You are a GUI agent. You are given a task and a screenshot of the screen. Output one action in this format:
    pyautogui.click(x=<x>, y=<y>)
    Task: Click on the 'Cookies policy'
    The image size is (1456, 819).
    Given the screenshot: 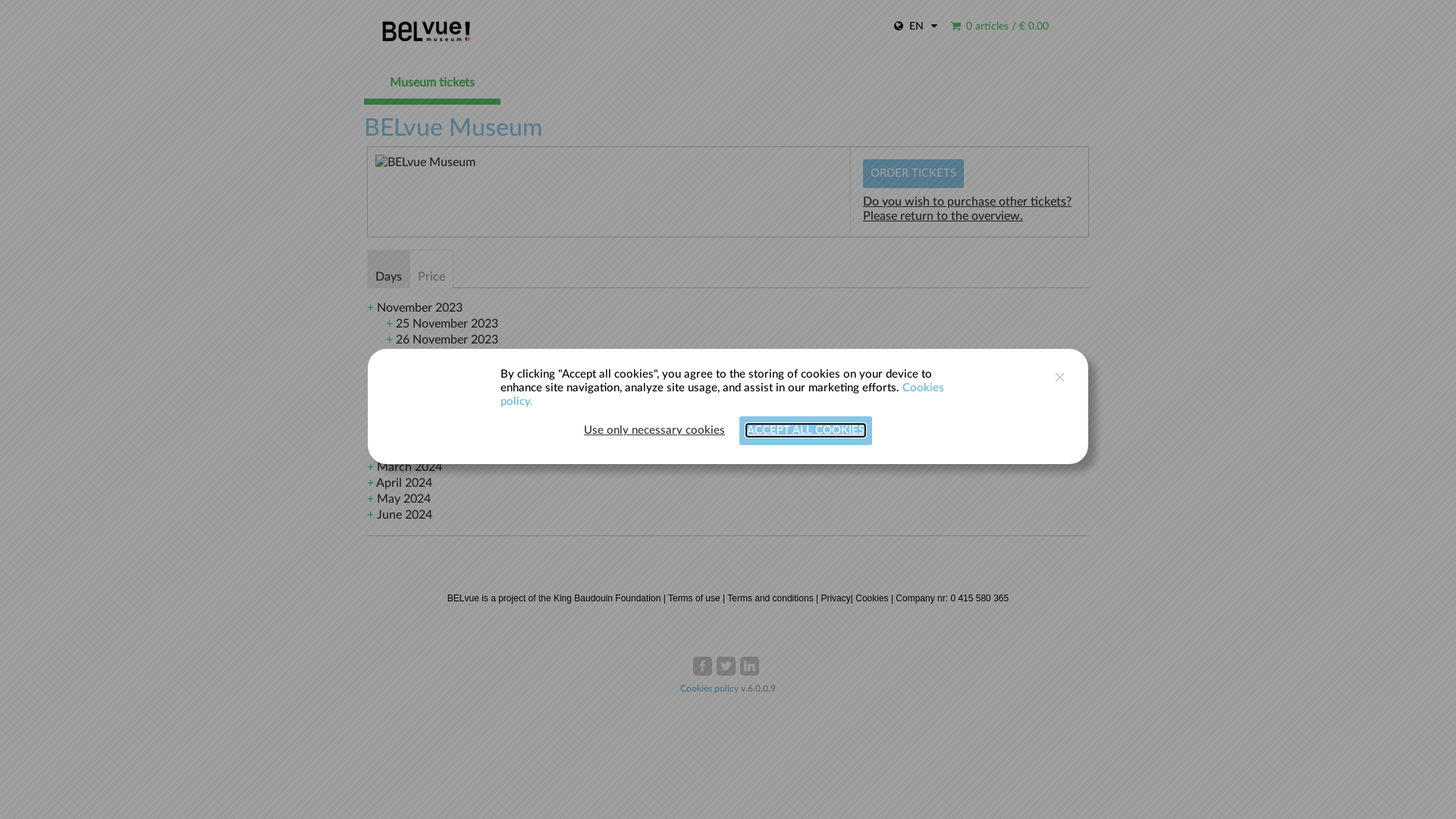 What is the action you would take?
    pyautogui.click(x=679, y=688)
    